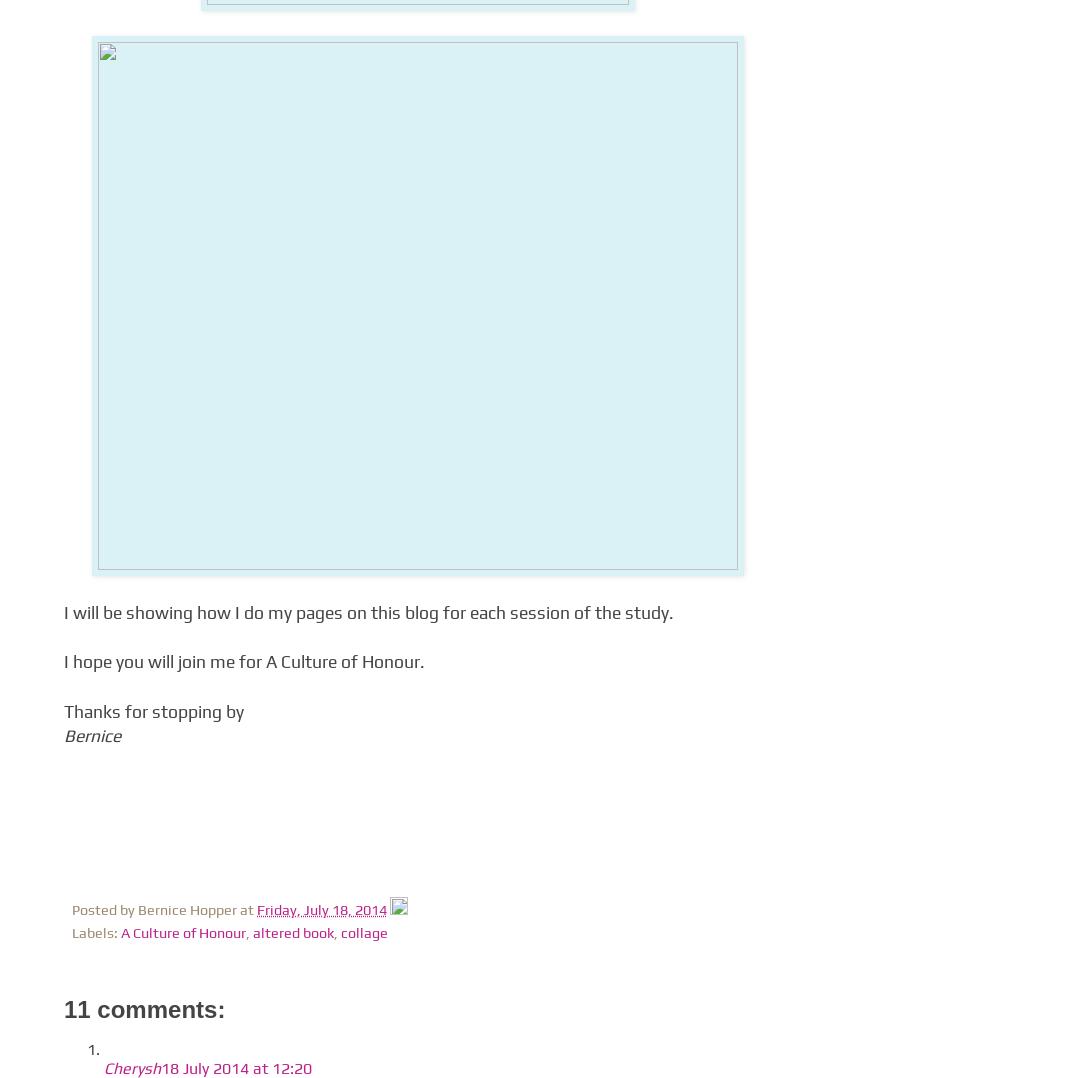 This screenshot has width=1067, height=1078. What do you see at coordinates (95, 932) in the screenshot?
I see `'Labels:'` at bounding box center [95, 932].